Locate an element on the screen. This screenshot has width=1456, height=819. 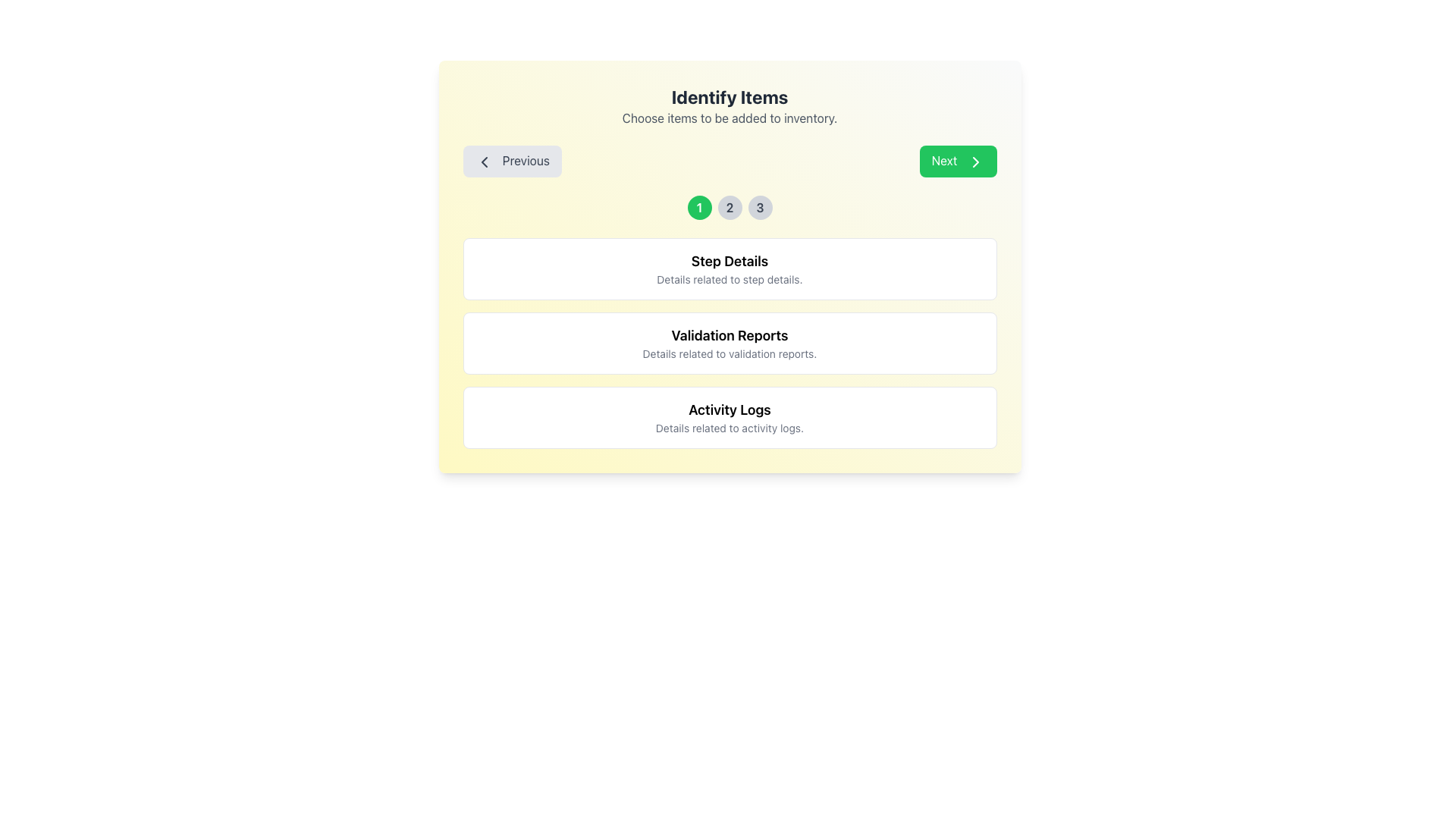
the right-pointing chevron icon within the green rounded rectangle button labeled 'Next' located in the top-right corner of the interface is located at coordinates (975, 162).